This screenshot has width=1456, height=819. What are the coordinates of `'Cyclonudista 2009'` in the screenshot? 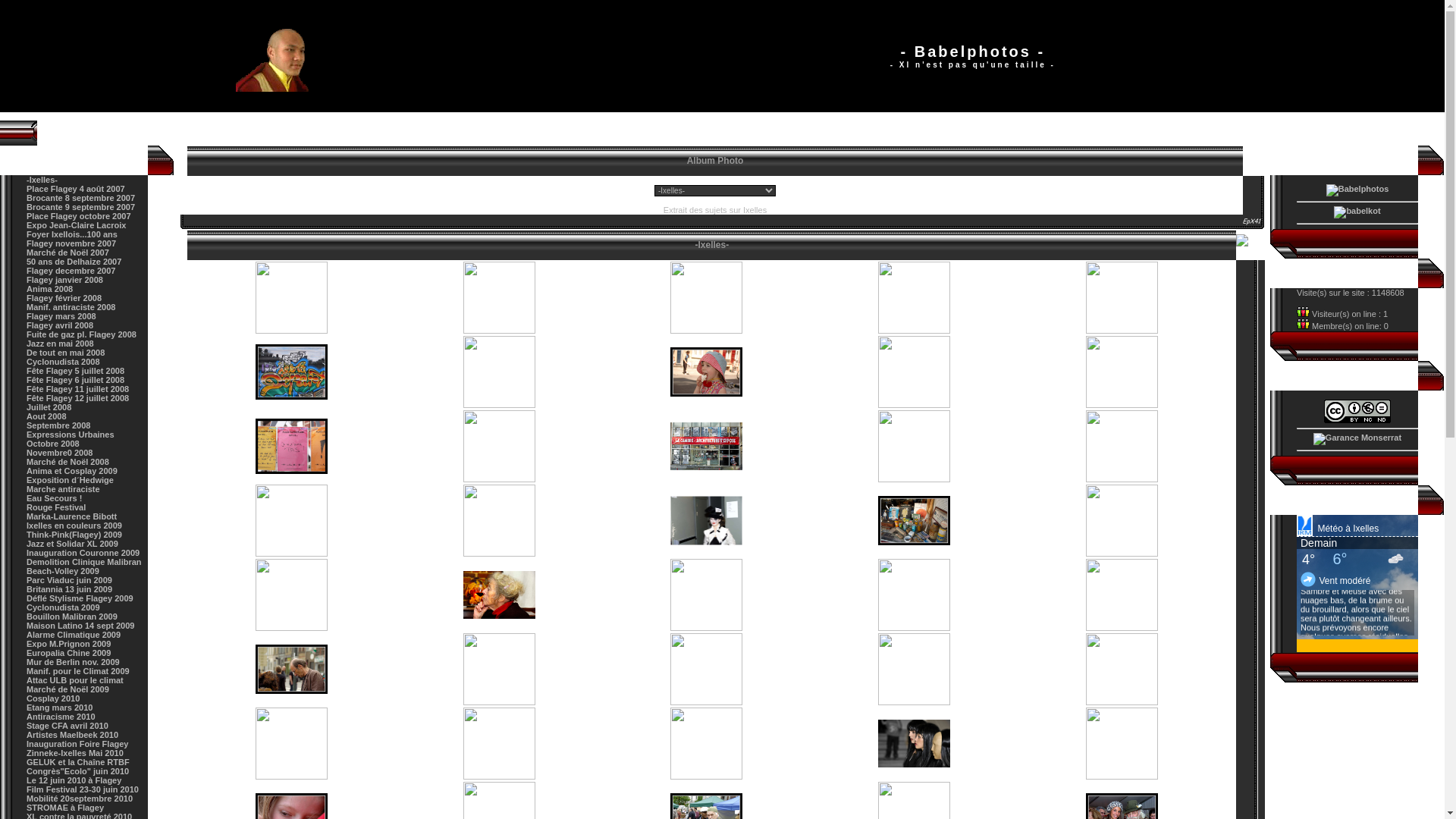 It's located at (62, 607).